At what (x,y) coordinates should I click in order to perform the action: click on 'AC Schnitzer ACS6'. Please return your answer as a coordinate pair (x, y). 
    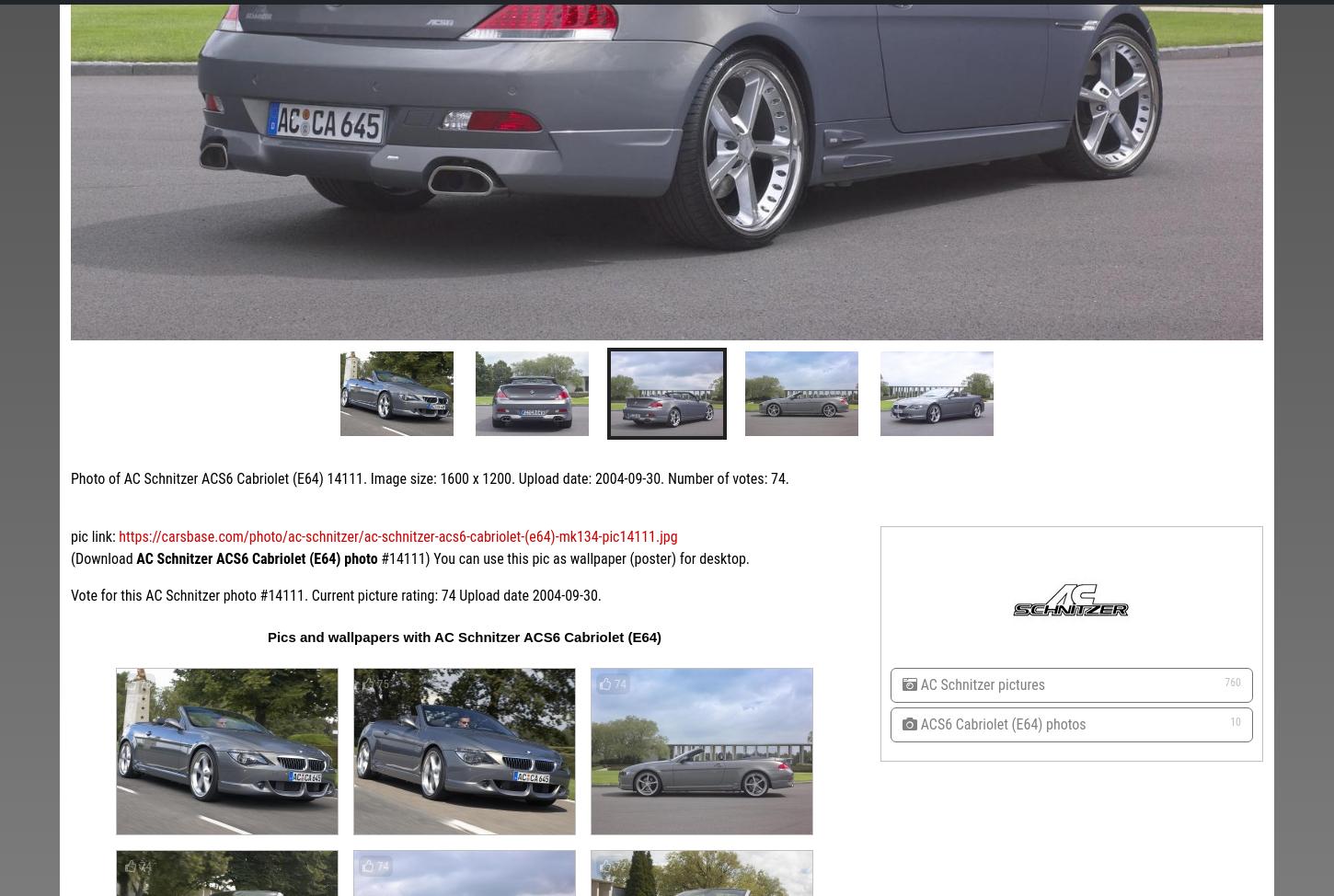
    Looking at the image, I should click on (718, 594).